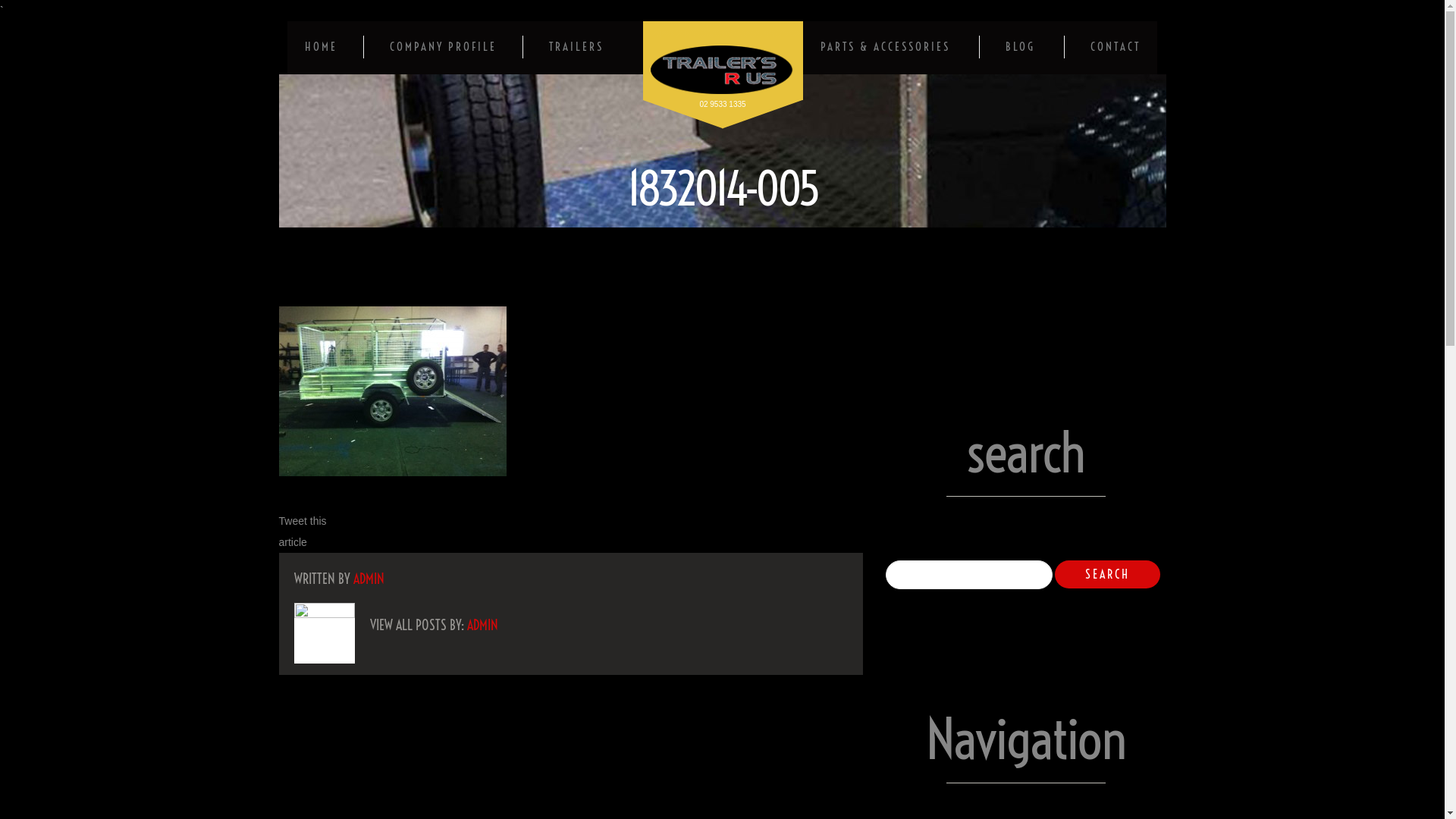 Image resolution: width=1456 pixels, height=819 pixels. I want to click on 'ADMIN', so click(369, 579).